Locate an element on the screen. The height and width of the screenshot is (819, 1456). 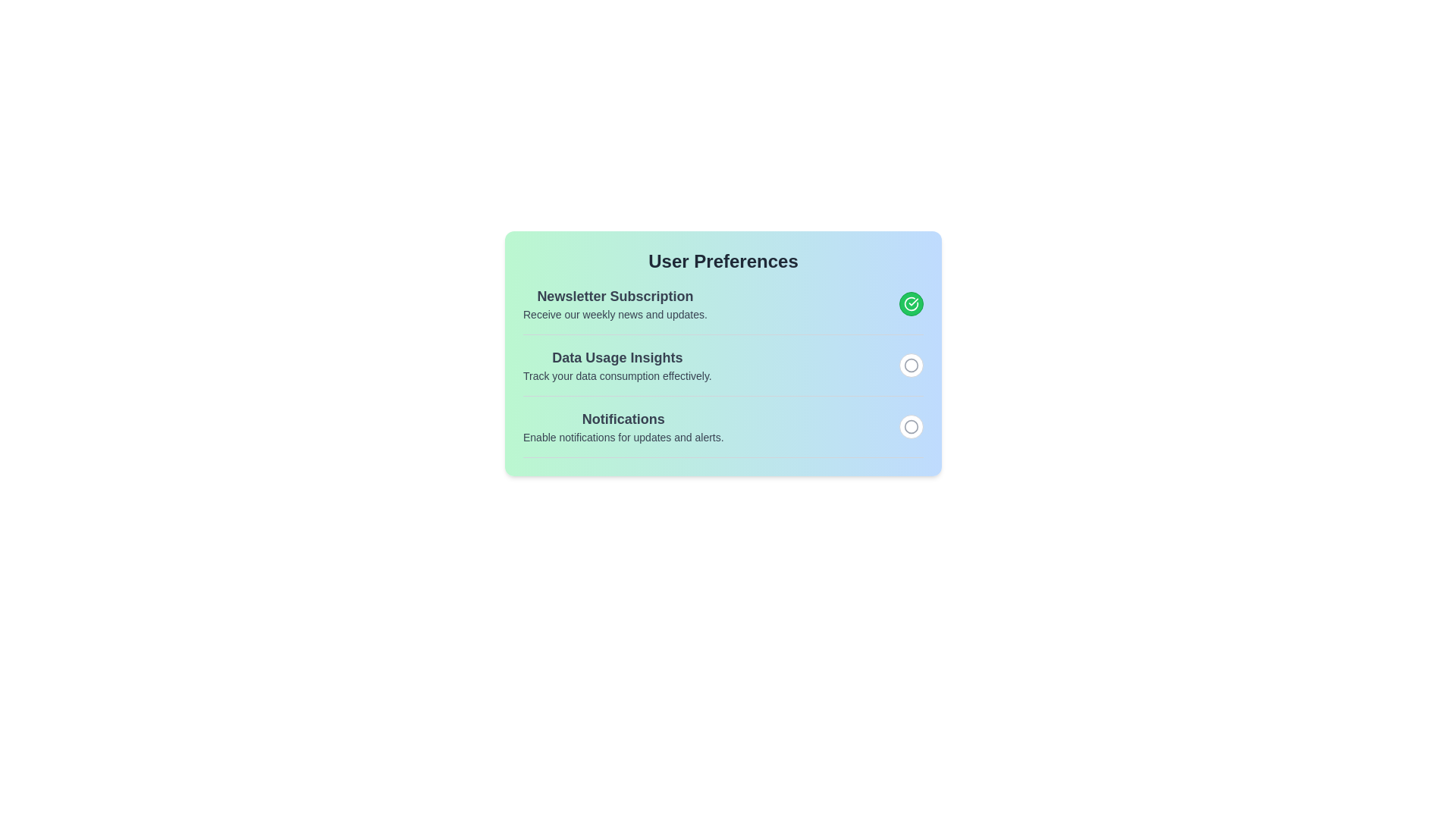
the informational text label that reads 'Receive our weekly news and updates,' which is positioned below the 'Newsletter Subscription' title in the 'User Preferences' interface is located at coordinates (615, 314).